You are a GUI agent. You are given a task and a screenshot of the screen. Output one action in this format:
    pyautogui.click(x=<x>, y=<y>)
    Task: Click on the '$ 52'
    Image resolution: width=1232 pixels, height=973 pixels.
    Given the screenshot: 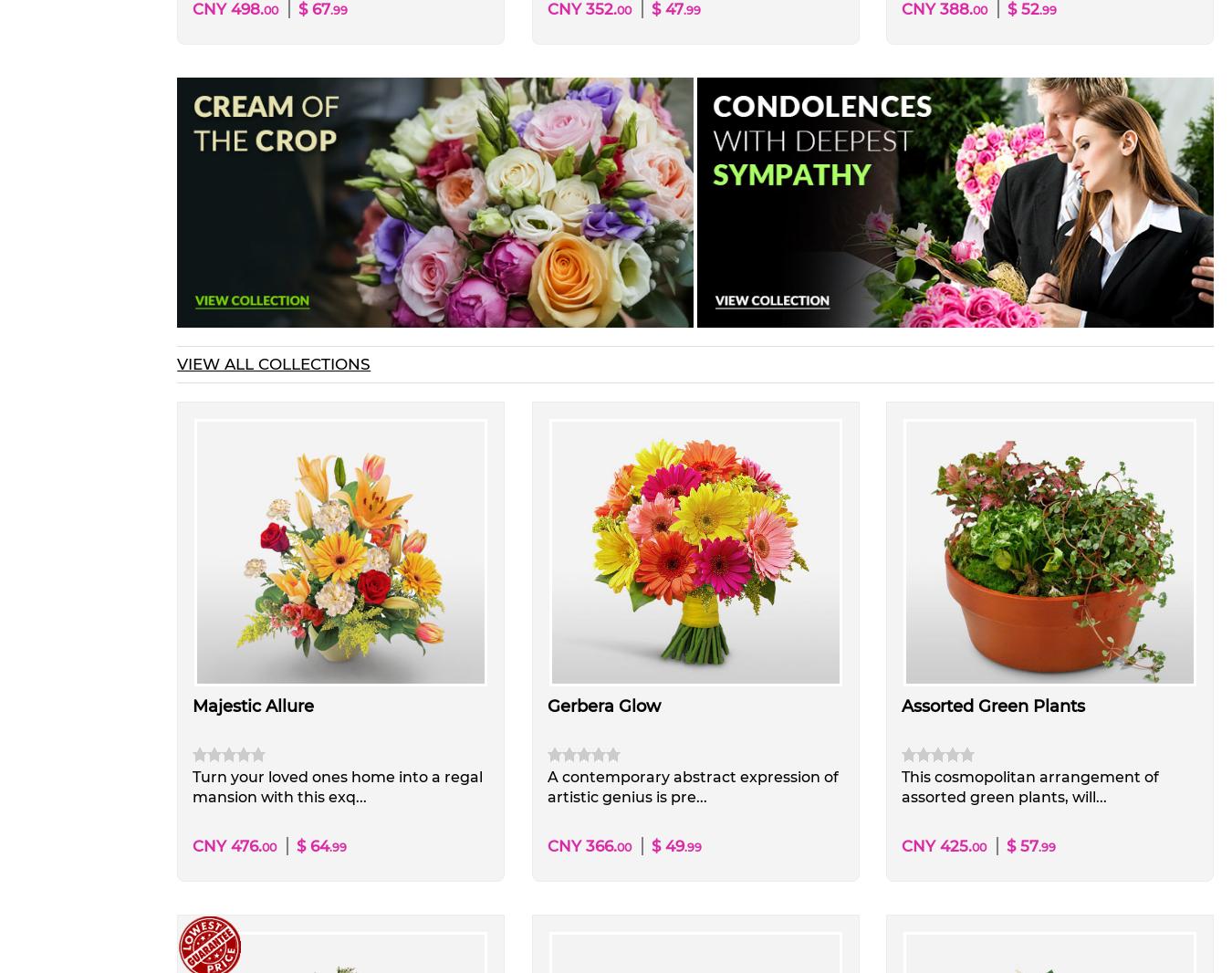 What is the action you would take?
    pyautogui.click(x=1022, y=8)
    